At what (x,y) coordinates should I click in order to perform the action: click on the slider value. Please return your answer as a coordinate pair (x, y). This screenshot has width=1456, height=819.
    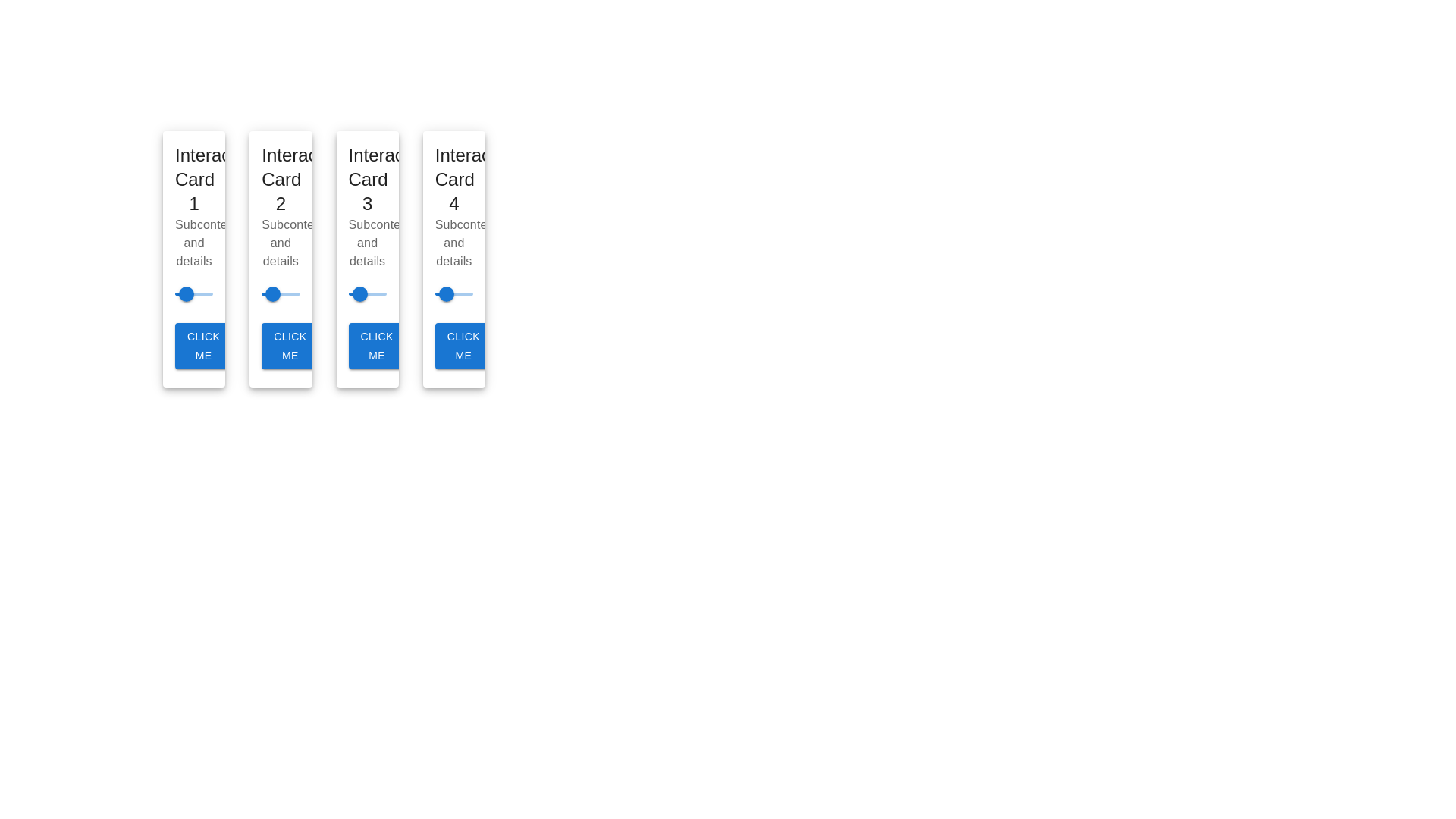
    Looking at the image, I should click on (378, 294).